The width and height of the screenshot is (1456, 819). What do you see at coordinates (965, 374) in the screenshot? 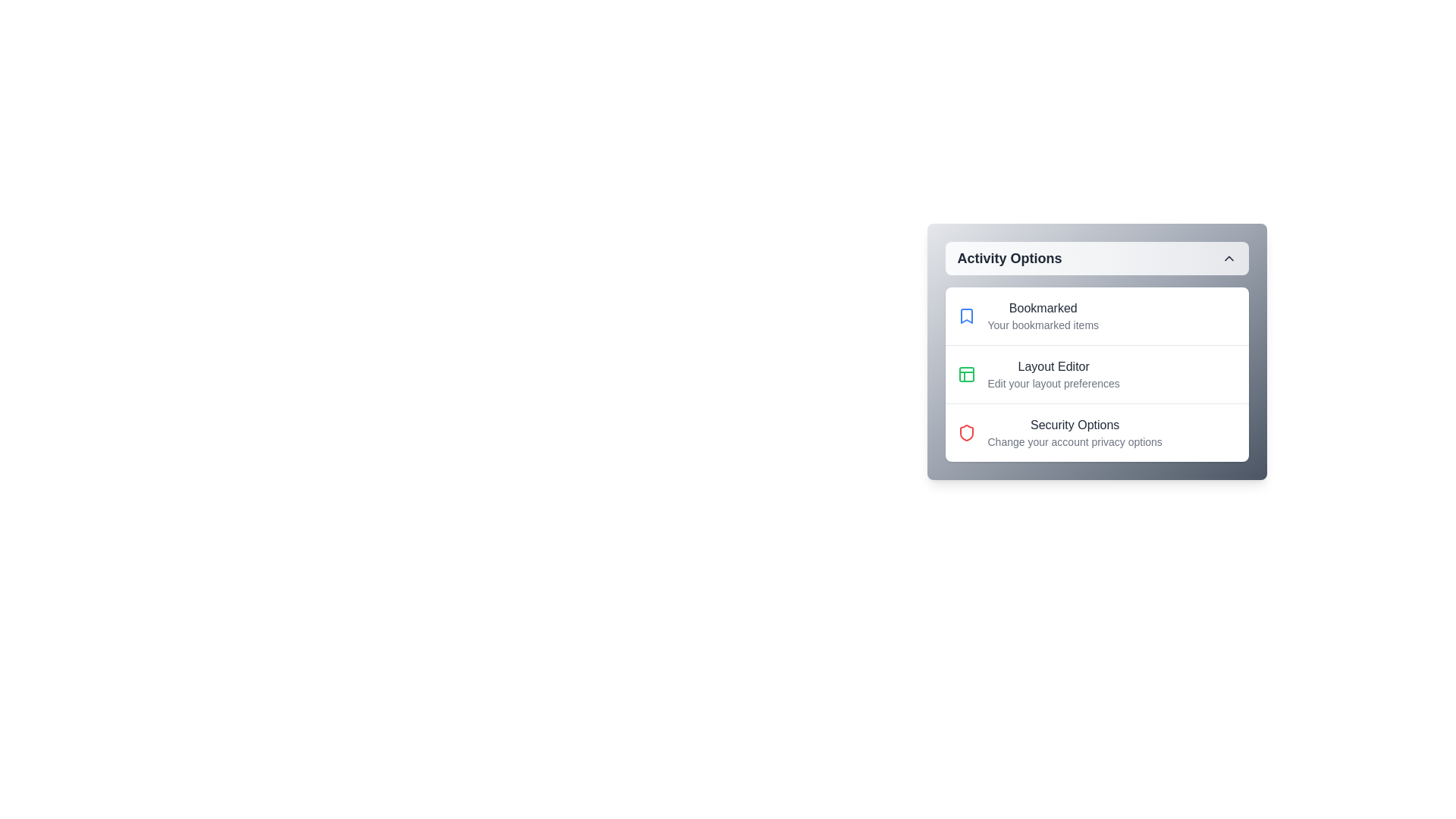
I see `the 'Layout Editor' icon located within the 'Activity Options' widget, to the left of the descriptive text and title` at bounding box center [965, 374].